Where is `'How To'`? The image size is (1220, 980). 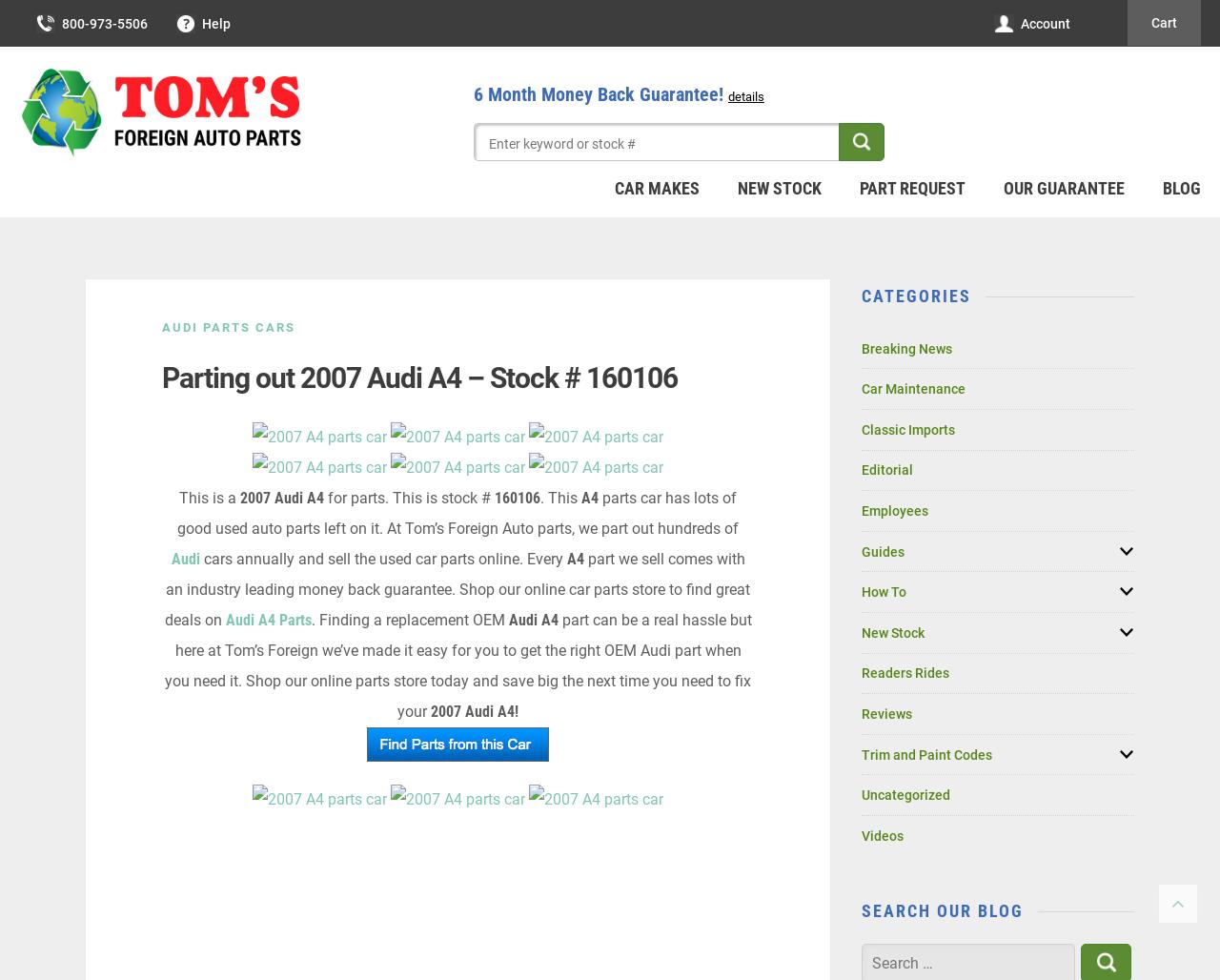
'How To' is located at coordinates (883, 591).